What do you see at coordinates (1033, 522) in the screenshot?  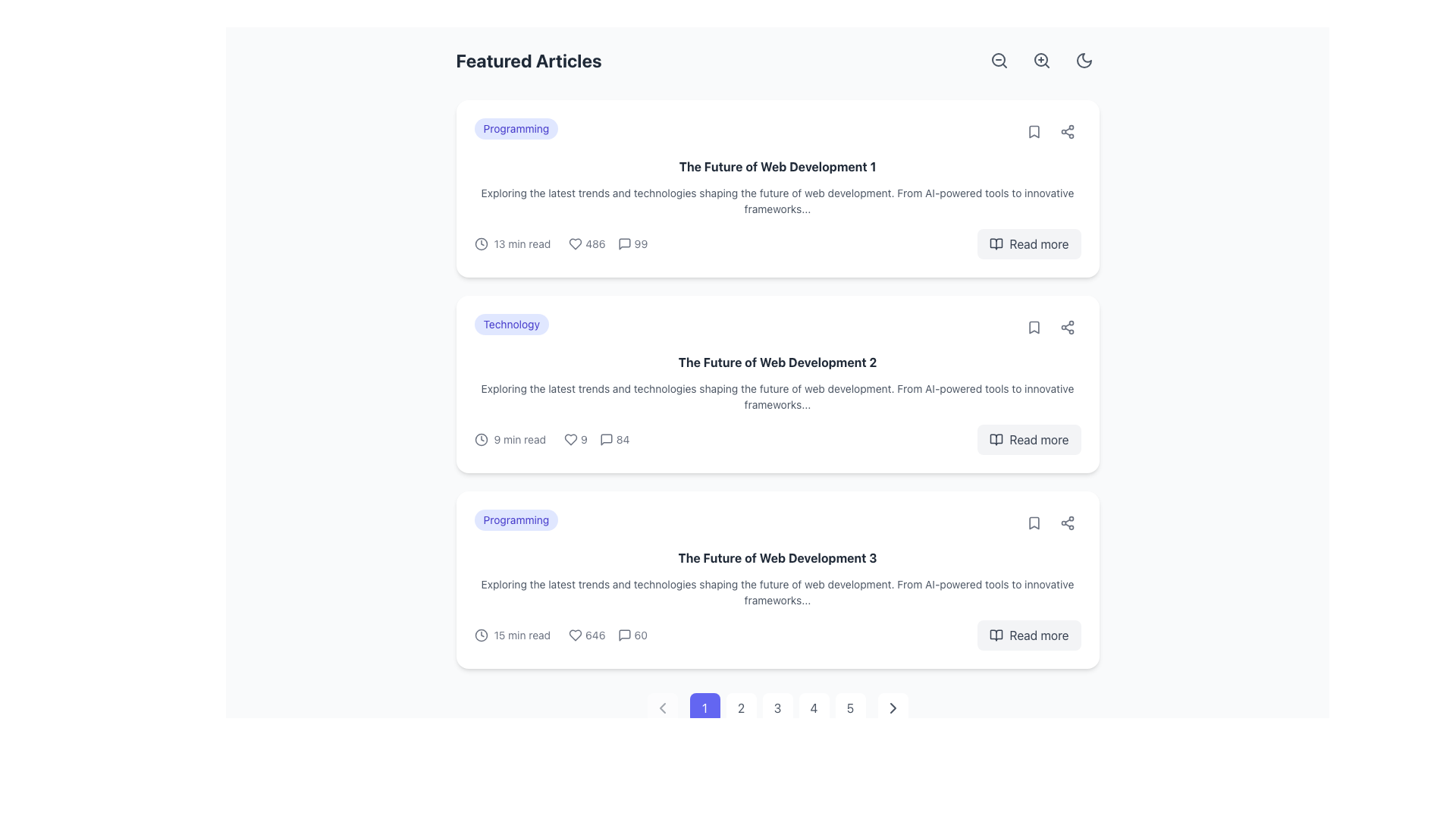 I see `the SVG bookmark shape icon located on the right side of the bottom card in a vertically stacked list` at bounding box center [1033, 522].